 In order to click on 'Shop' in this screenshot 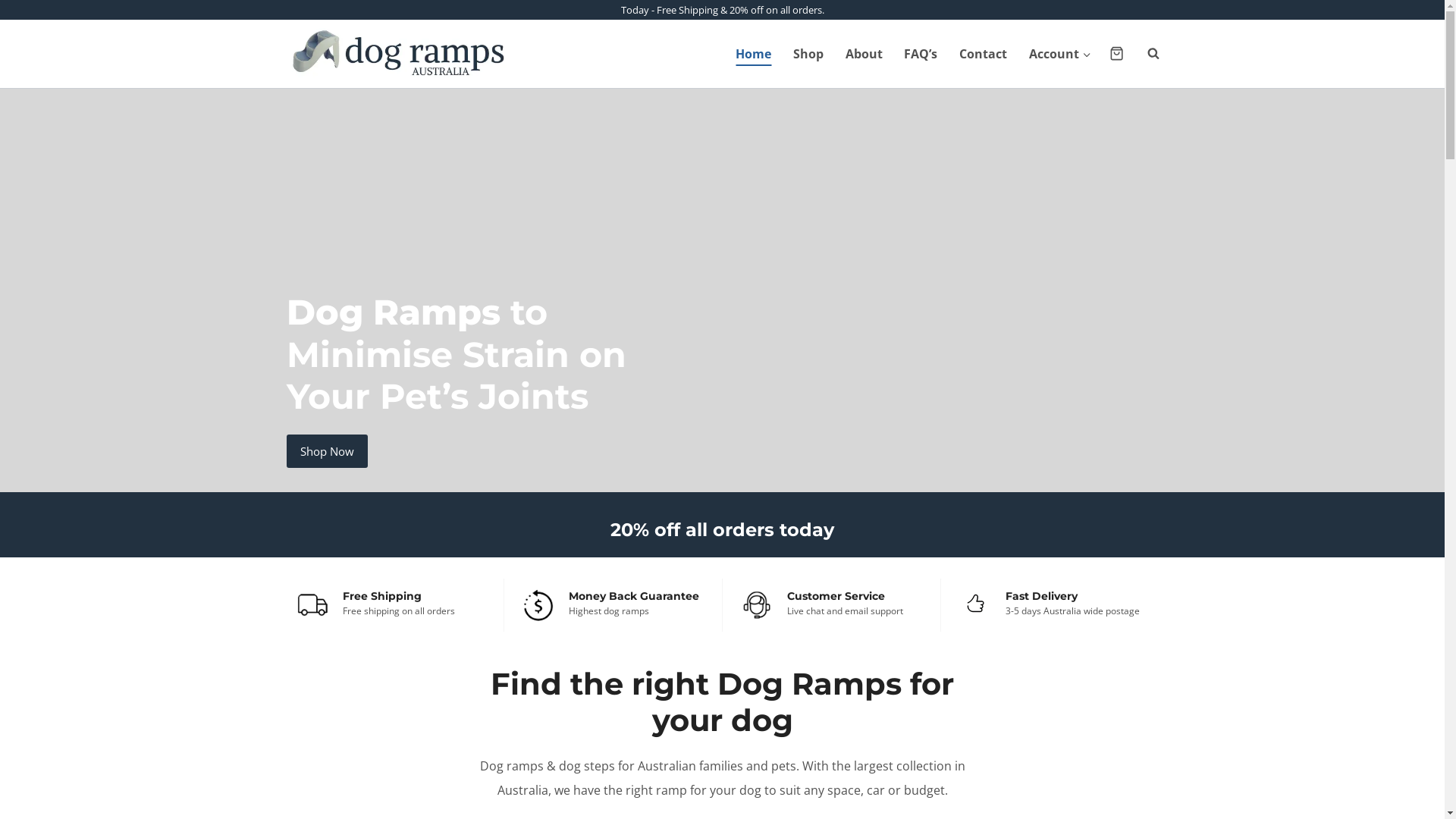, I will do `click(782, 52)`.